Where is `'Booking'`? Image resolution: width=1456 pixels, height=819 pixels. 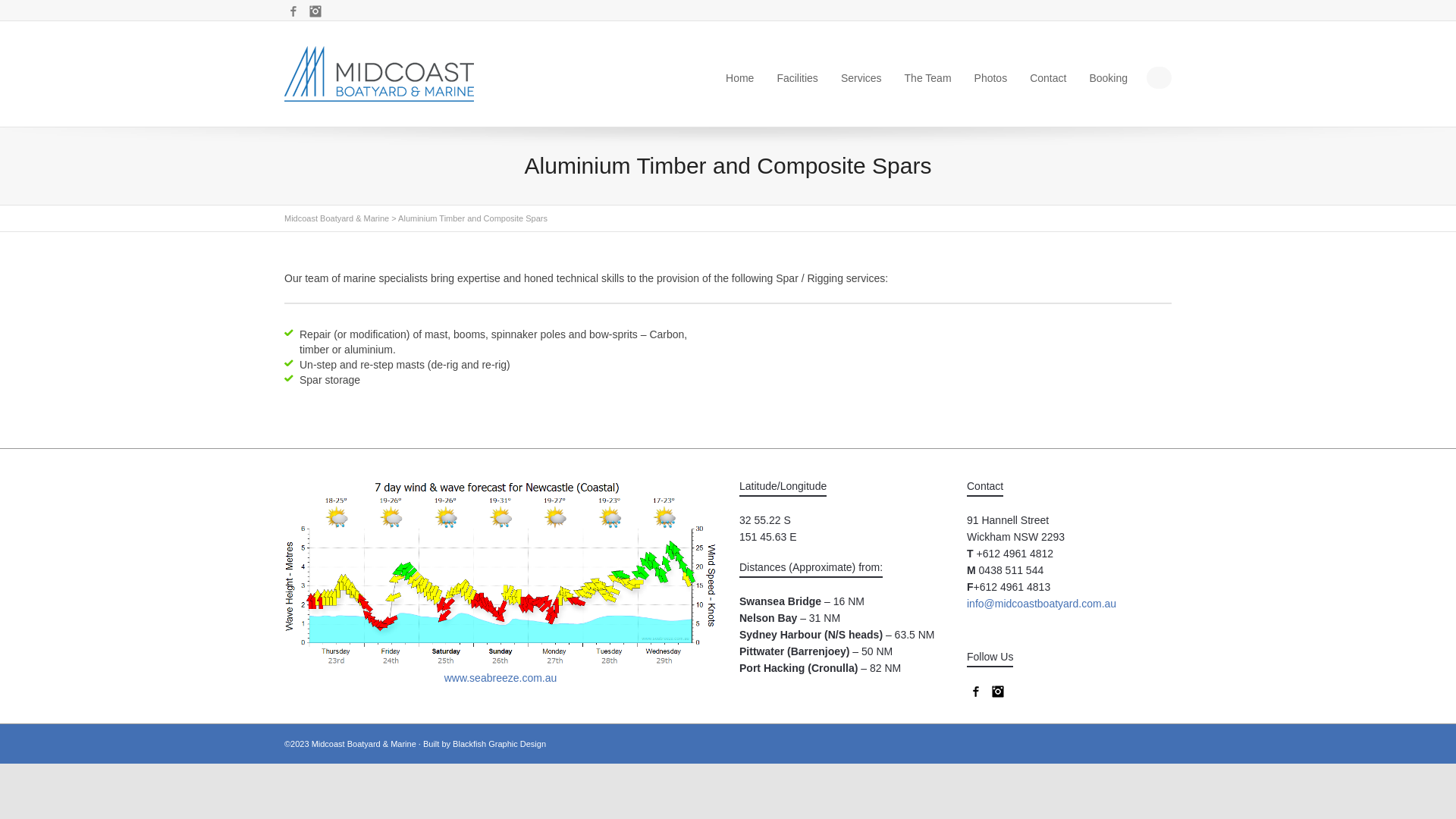 'Booking' is located at coordinates (1108, 78).